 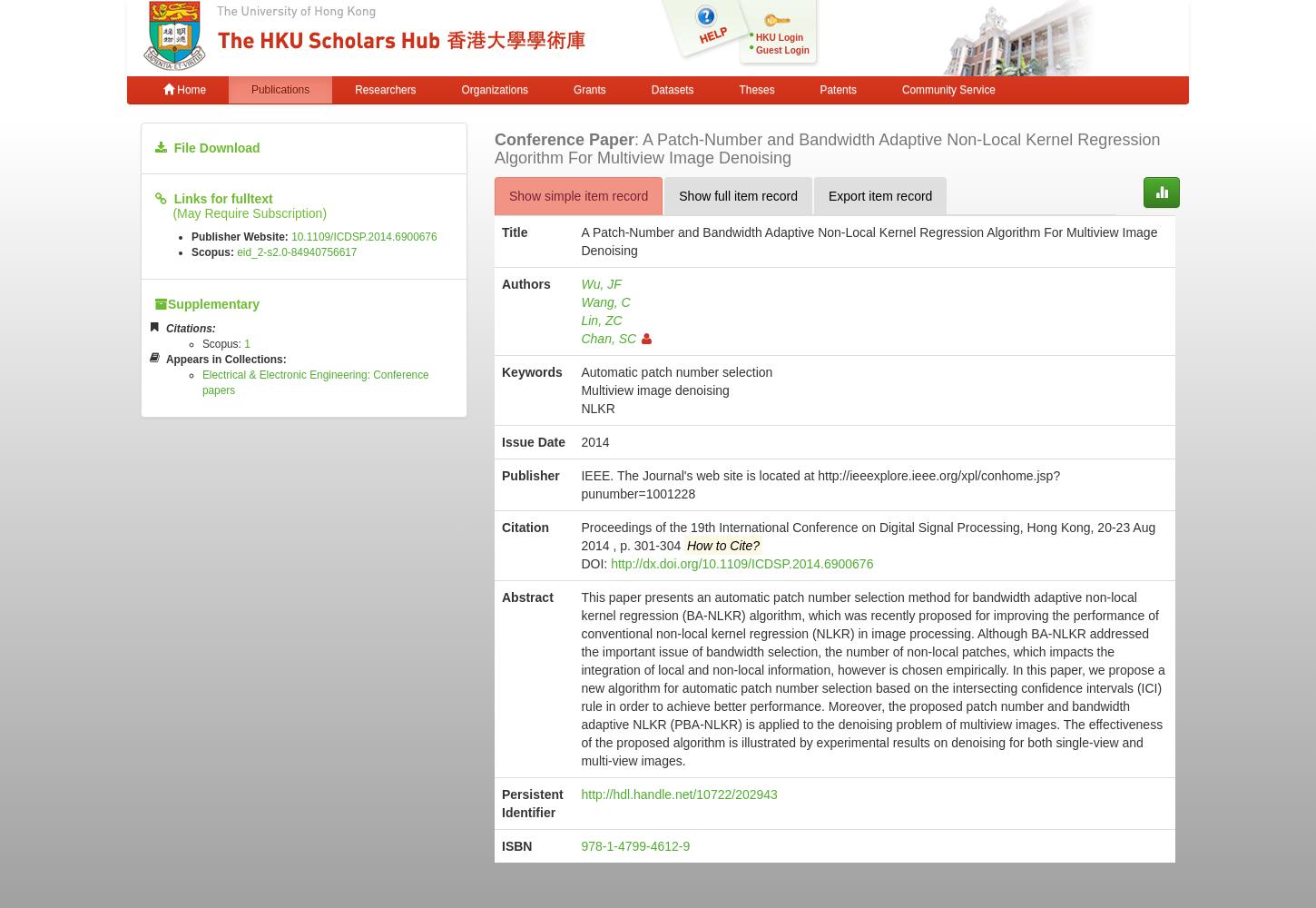 I want to click on '1', so click(x=243, y=343).